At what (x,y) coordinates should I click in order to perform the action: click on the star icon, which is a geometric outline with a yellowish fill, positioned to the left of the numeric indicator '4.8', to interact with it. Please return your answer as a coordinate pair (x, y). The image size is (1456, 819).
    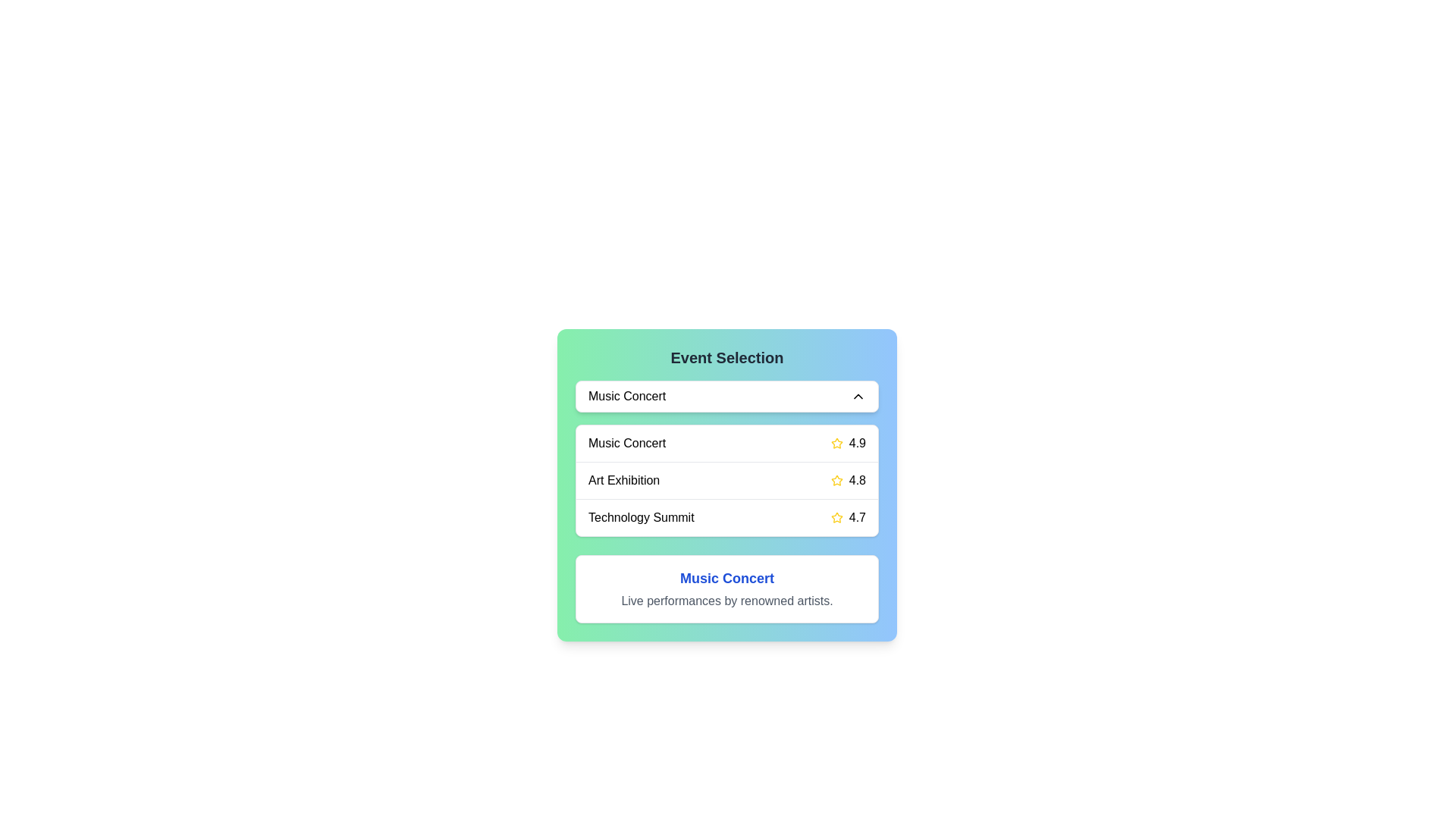
    Looking at the image, I should click on (836, 480).